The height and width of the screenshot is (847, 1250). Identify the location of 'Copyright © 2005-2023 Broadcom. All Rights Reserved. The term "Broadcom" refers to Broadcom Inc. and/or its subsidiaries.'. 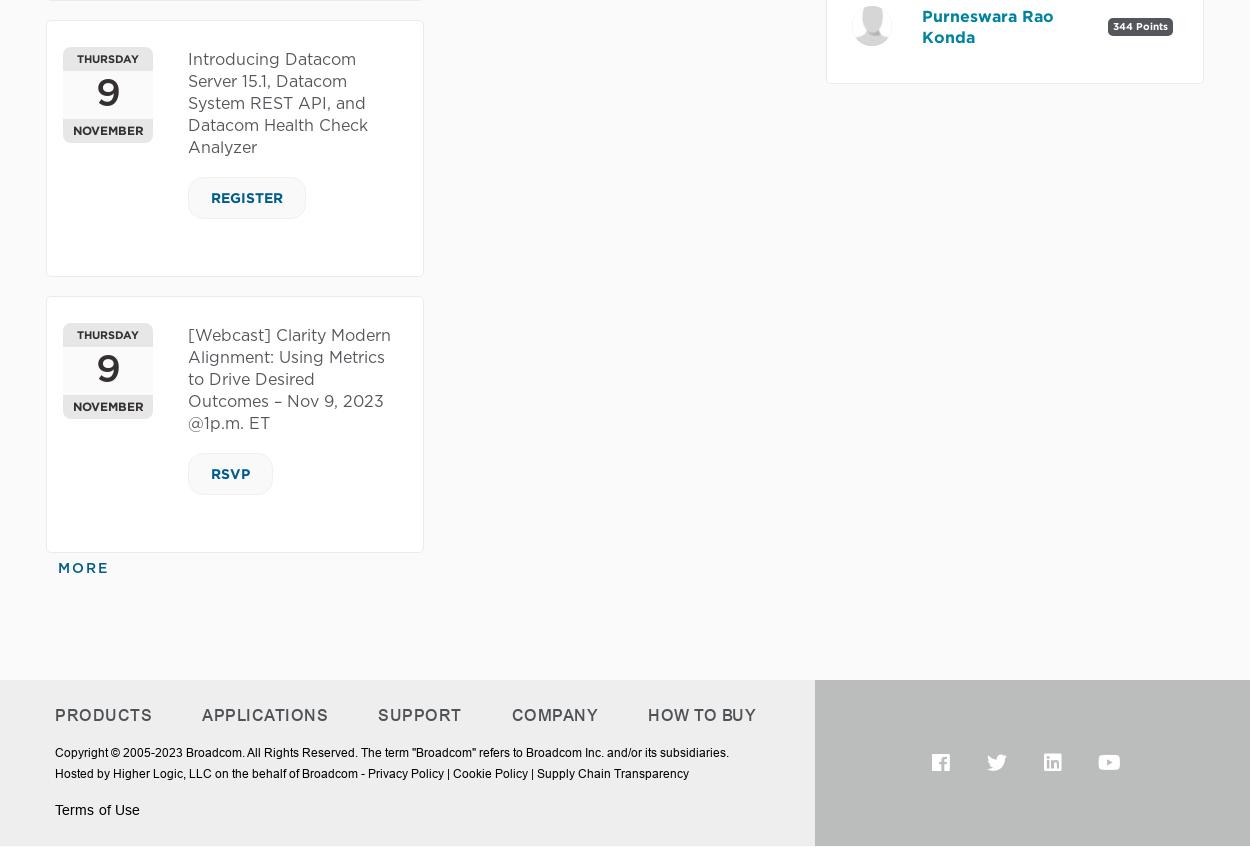
(392, 751).